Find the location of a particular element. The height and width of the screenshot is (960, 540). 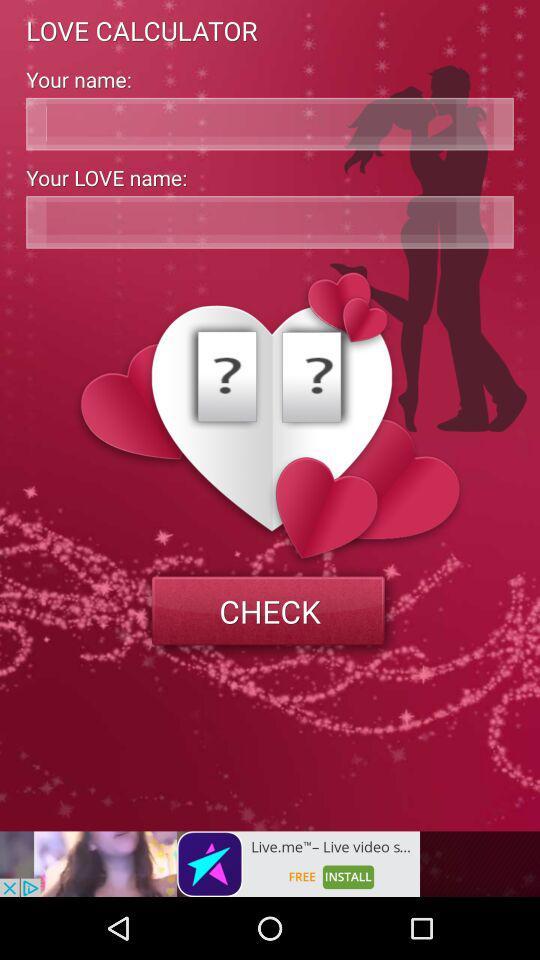

text box is located at coordinates (270, 123).